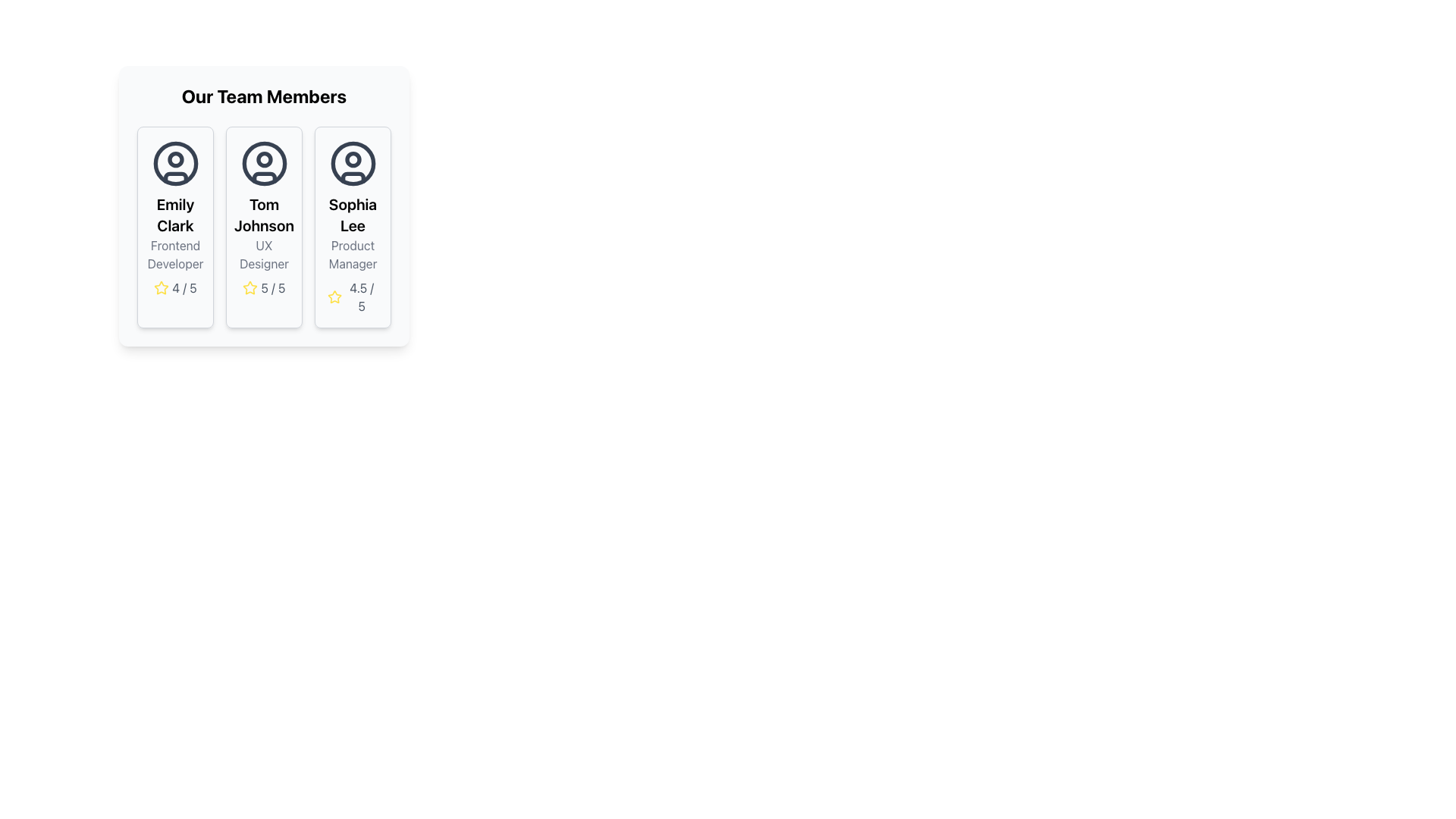 The image size is (1456, 819). What do you see at coordinates (175, 159) in the screenshot?
I see `the small circular shape representing the head of the user 'Emily Clark' within the user profile icon` at bounding box center [175, 159].